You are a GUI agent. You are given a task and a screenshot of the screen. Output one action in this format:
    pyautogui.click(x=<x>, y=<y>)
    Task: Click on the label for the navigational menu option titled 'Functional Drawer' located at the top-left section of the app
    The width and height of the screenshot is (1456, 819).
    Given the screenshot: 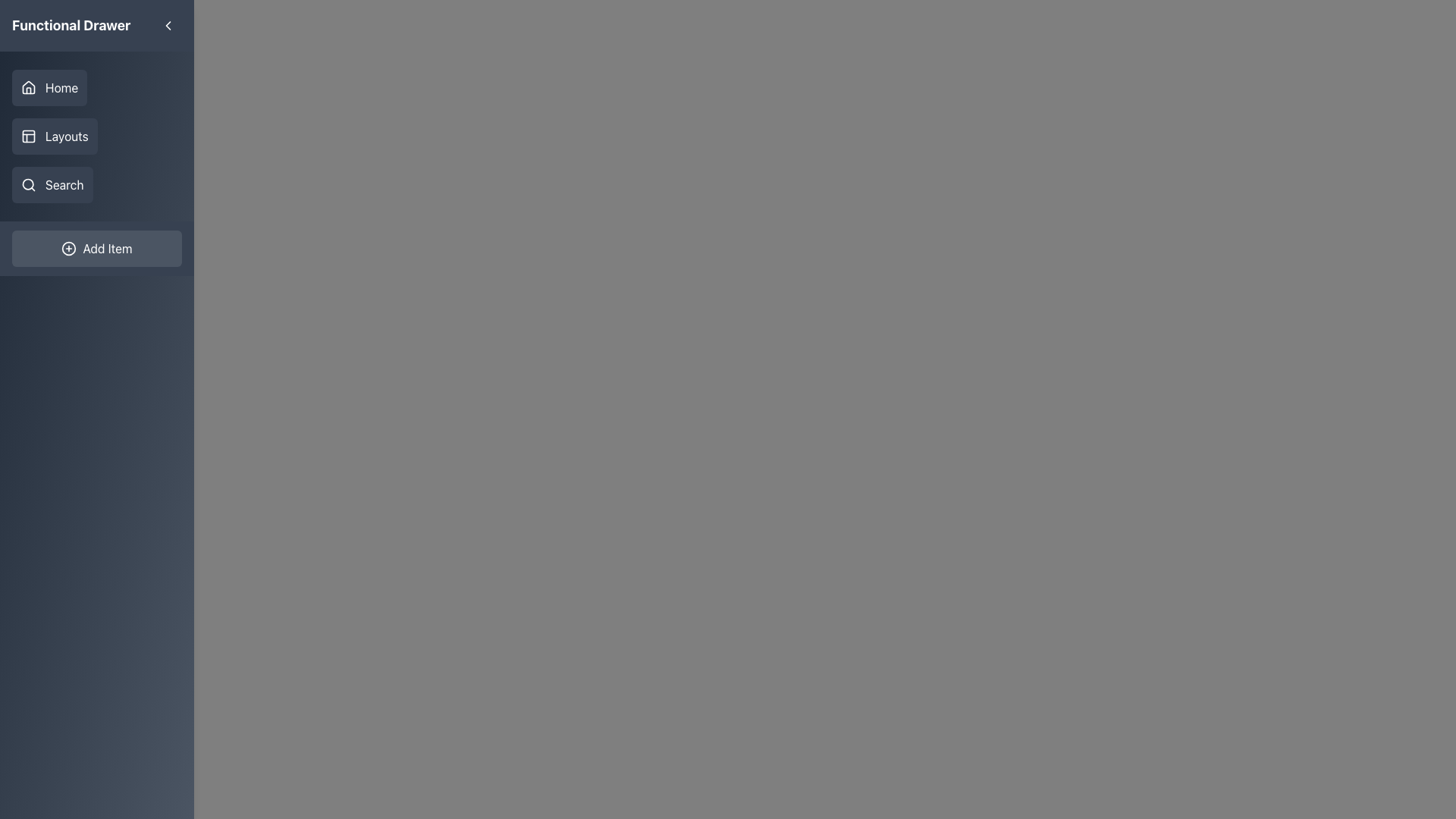 What is the action you would take?
    pyautogui.click(x=61, y=87)
    